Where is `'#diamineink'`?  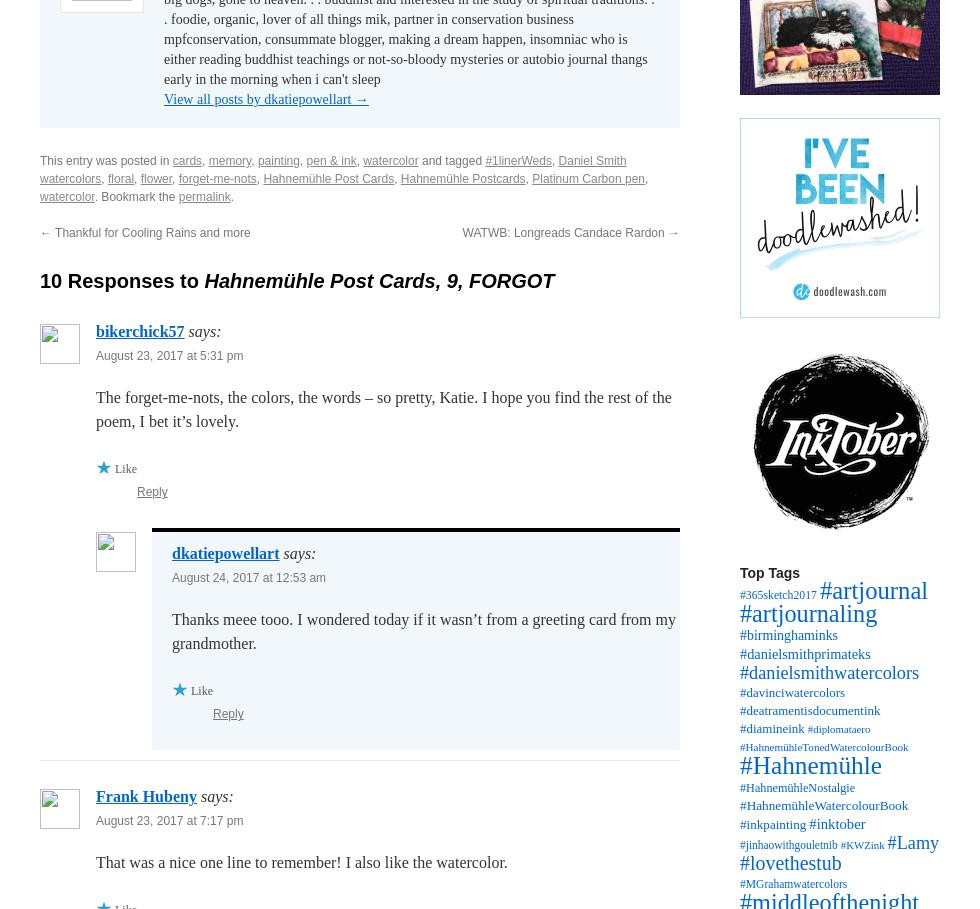 '#diamineink' is located at coordinates (772, 727).